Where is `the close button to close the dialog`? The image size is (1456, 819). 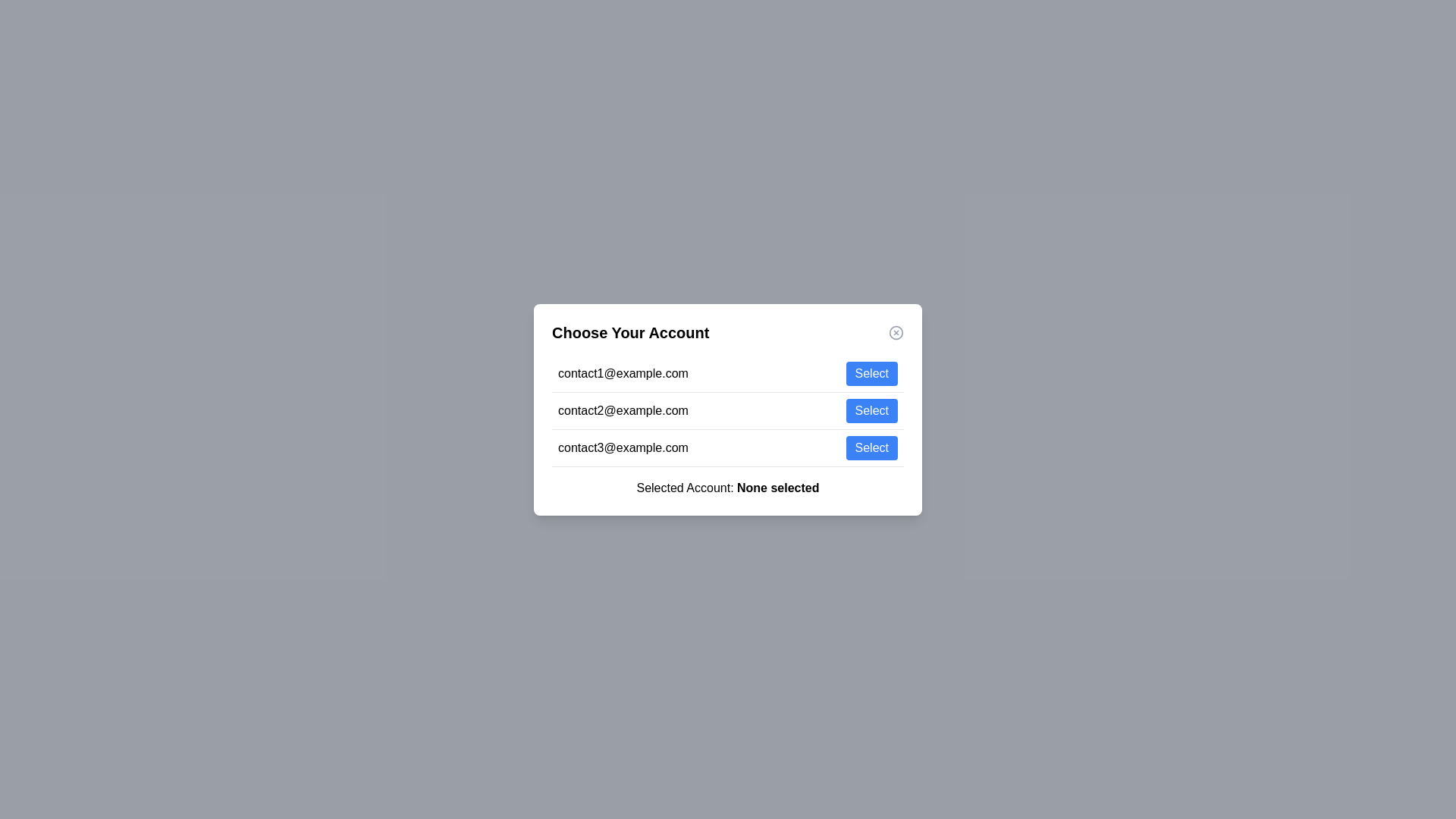
the close button to close the dialog is located at coordinates (896, 331).